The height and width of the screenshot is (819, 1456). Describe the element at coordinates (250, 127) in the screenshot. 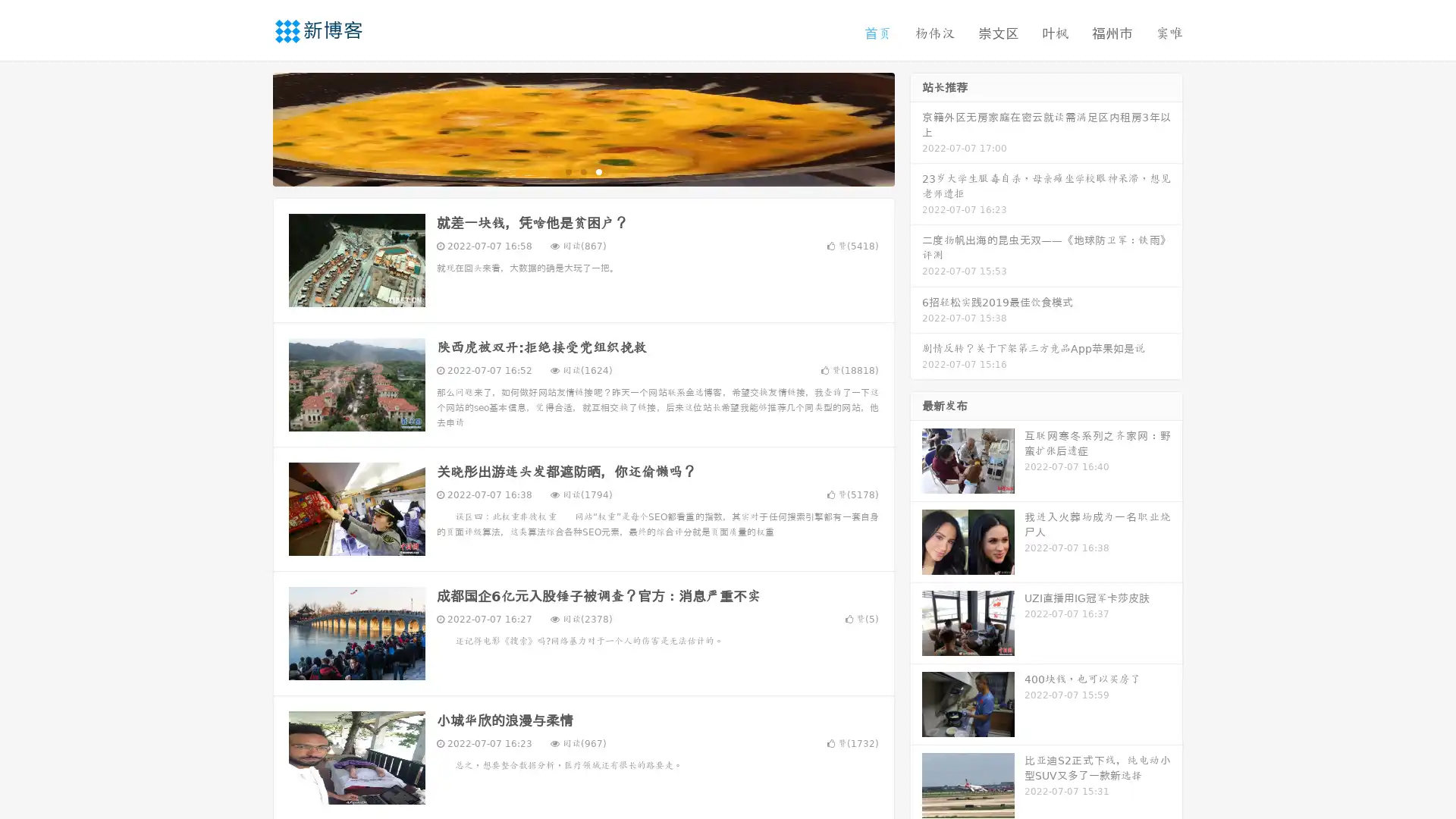

I see `Previous slide` at that location.